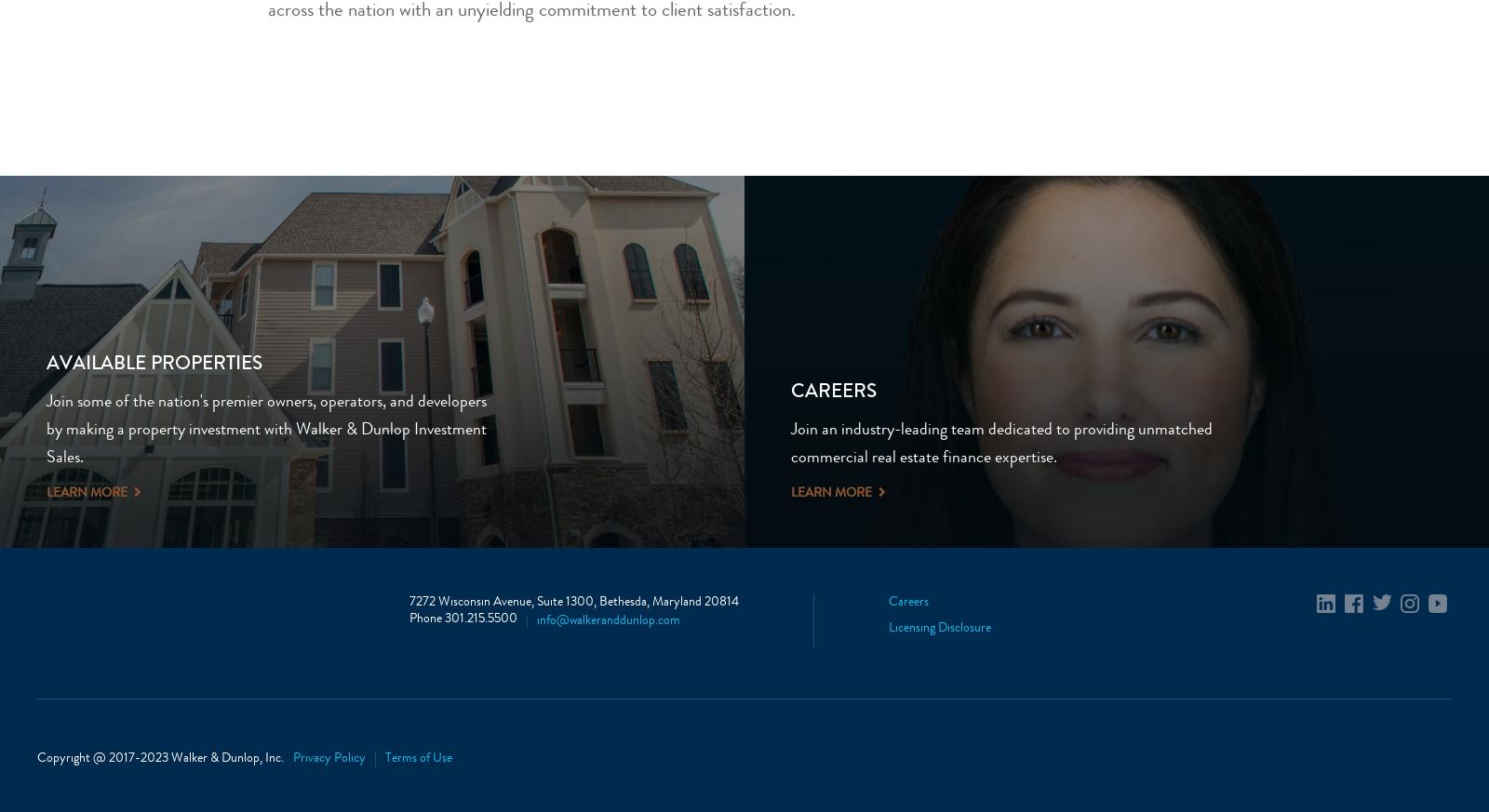 The image size is (1489, 812). What do you see at coordinates (45, 431) in the screenshot?
I see `'Join some of the nation's premier owners, operators, and developers by making a property investment with Walker & Dunlop Investment Sales.'` at bounding box center [45, 431].